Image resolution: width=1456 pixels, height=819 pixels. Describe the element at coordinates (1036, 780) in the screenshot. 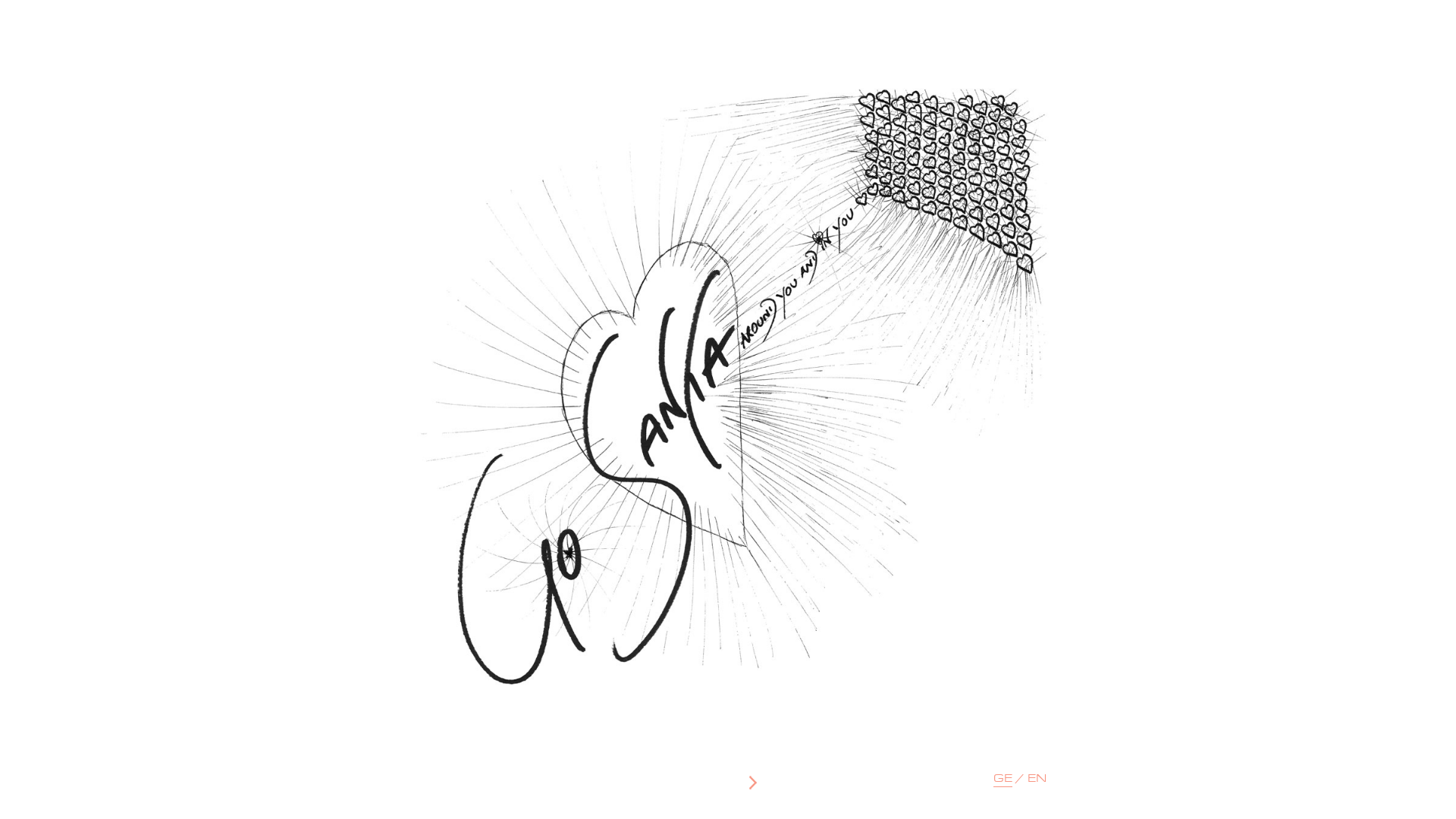

I see `'EN'` at that location.